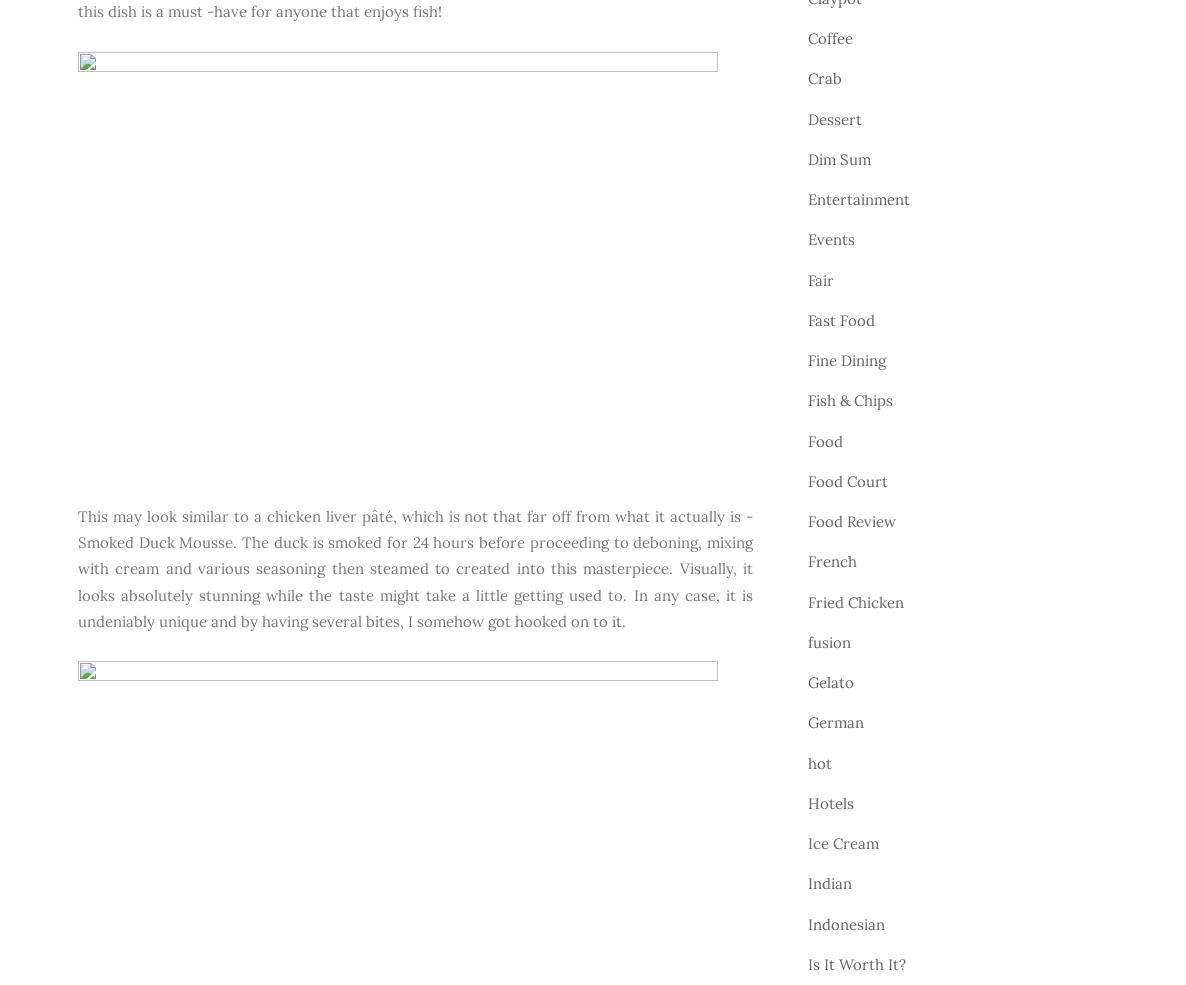 This screenshot has height=985, width=1186. What do you see at coordinates (835, 722) in the screenshot?
I see `'German'` at bounding box center [835, 722].